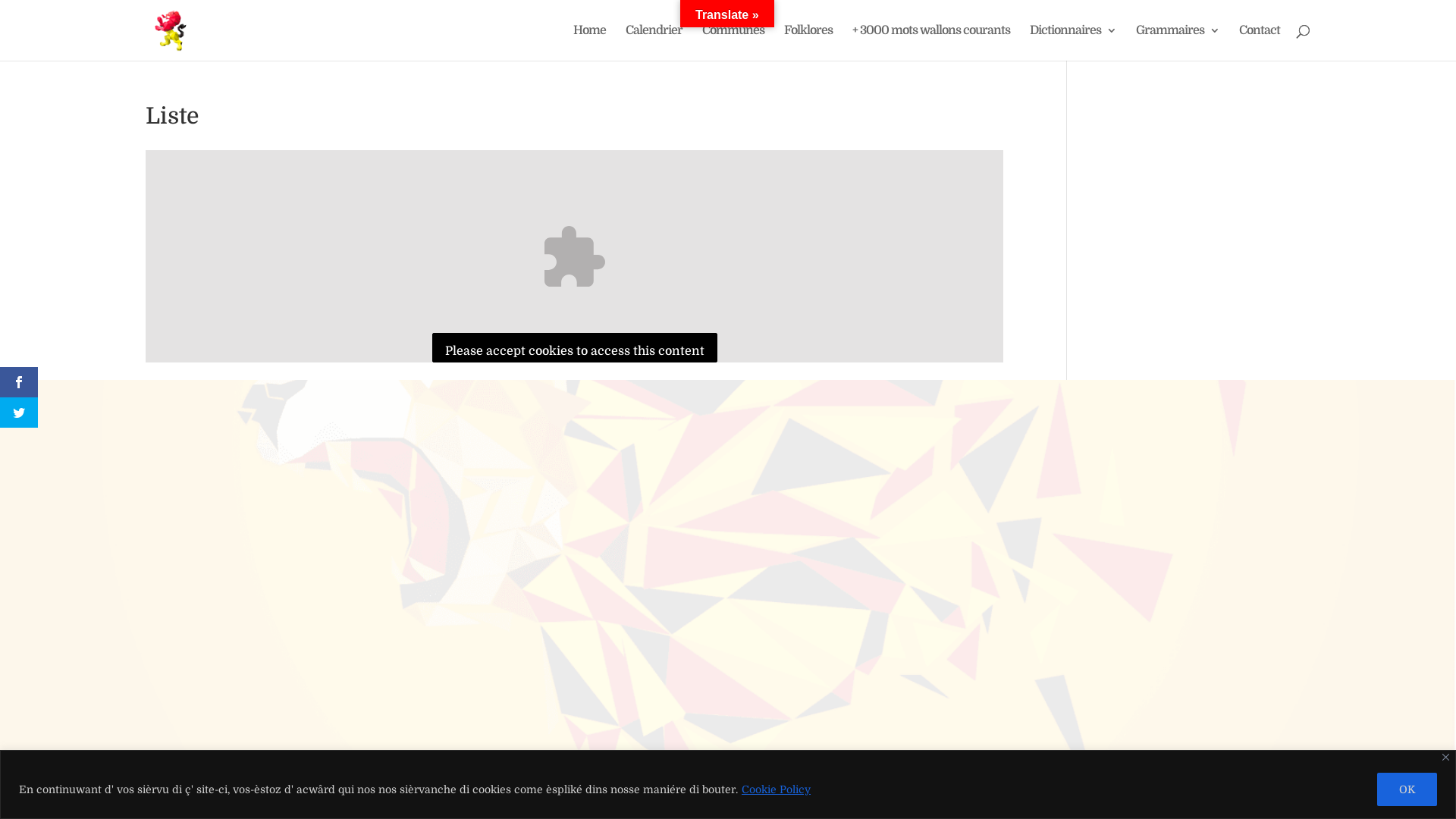 This screenshot has height=819, width=1456. Describe the element at coordinates (783, 42) in the screenshot. I see `'Folklores'` at that location.